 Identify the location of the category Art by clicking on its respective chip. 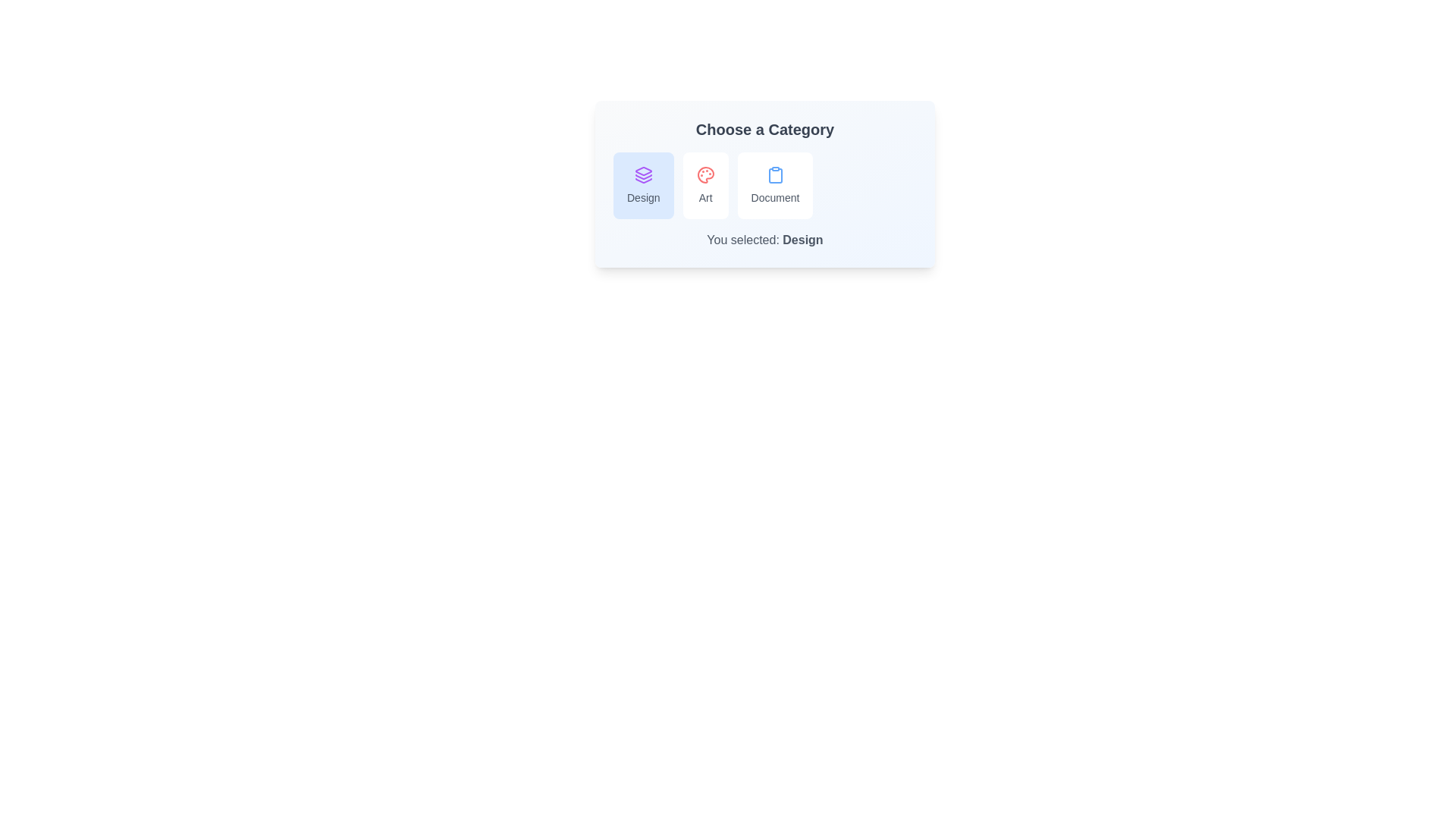
(704, 185).